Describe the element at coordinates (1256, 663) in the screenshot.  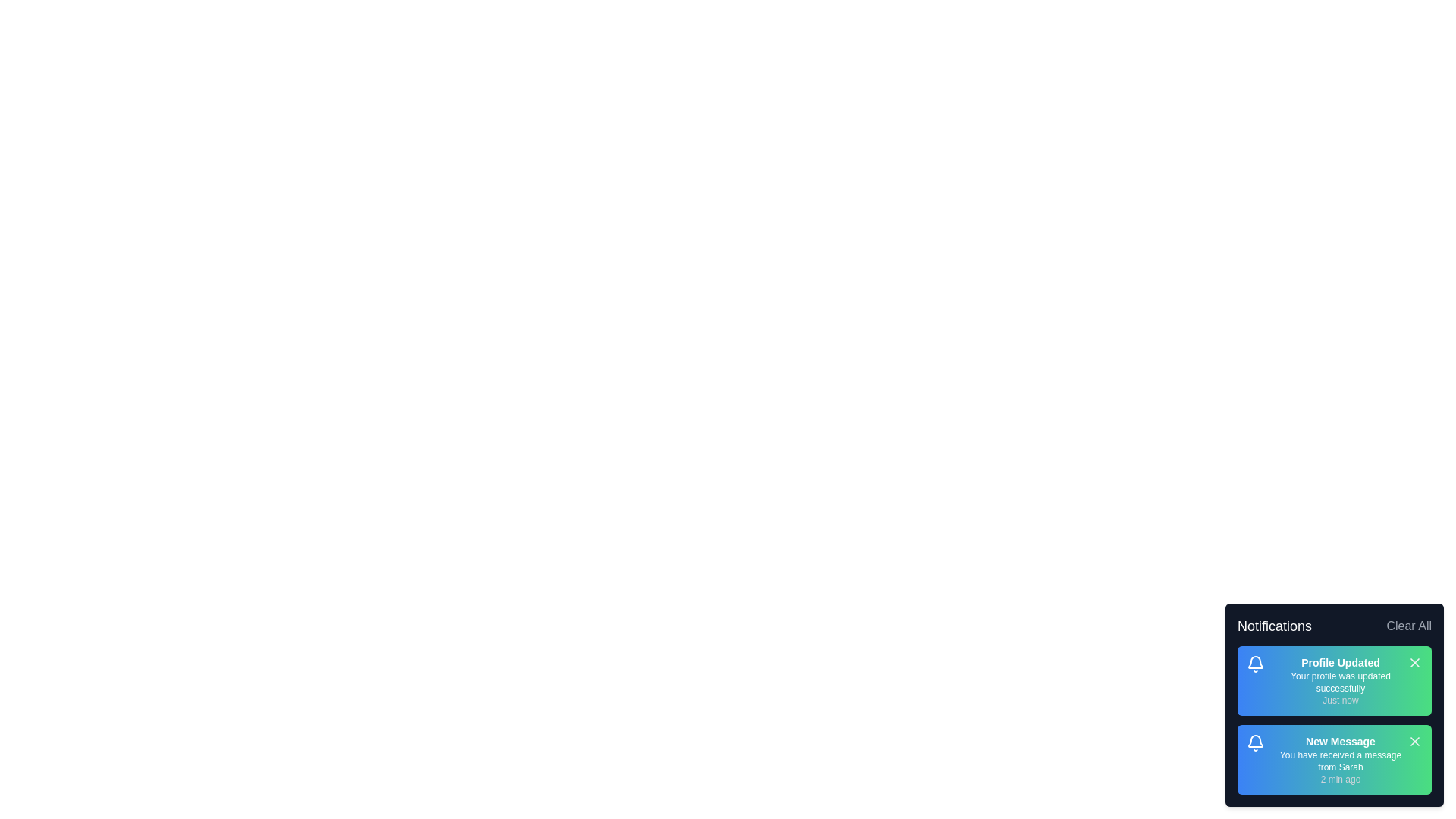
I see `the bell icon of the notification titled 'Profile Updated'` at that location.